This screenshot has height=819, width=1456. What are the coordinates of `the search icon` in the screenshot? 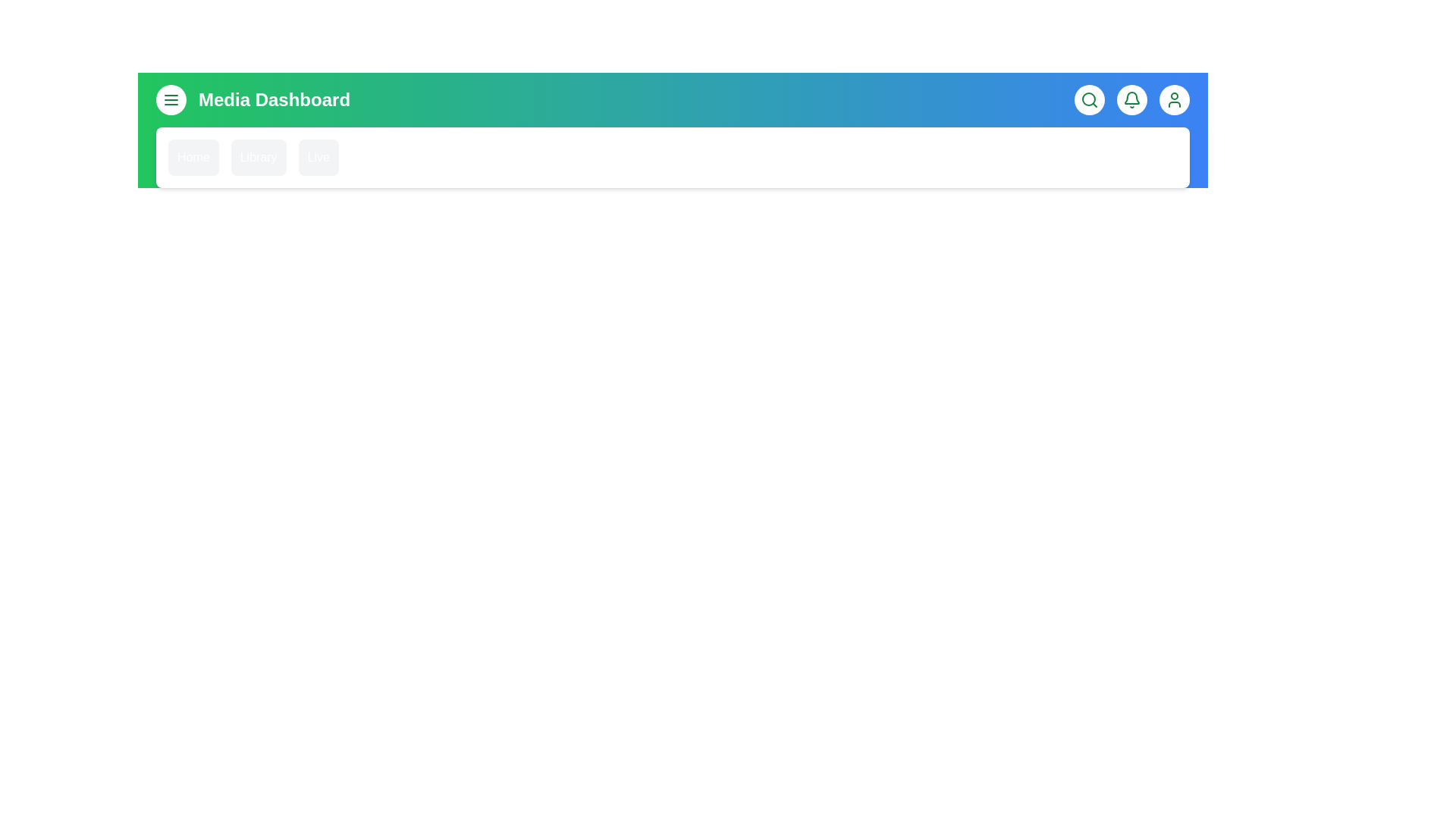 It's located at (1088, 99).